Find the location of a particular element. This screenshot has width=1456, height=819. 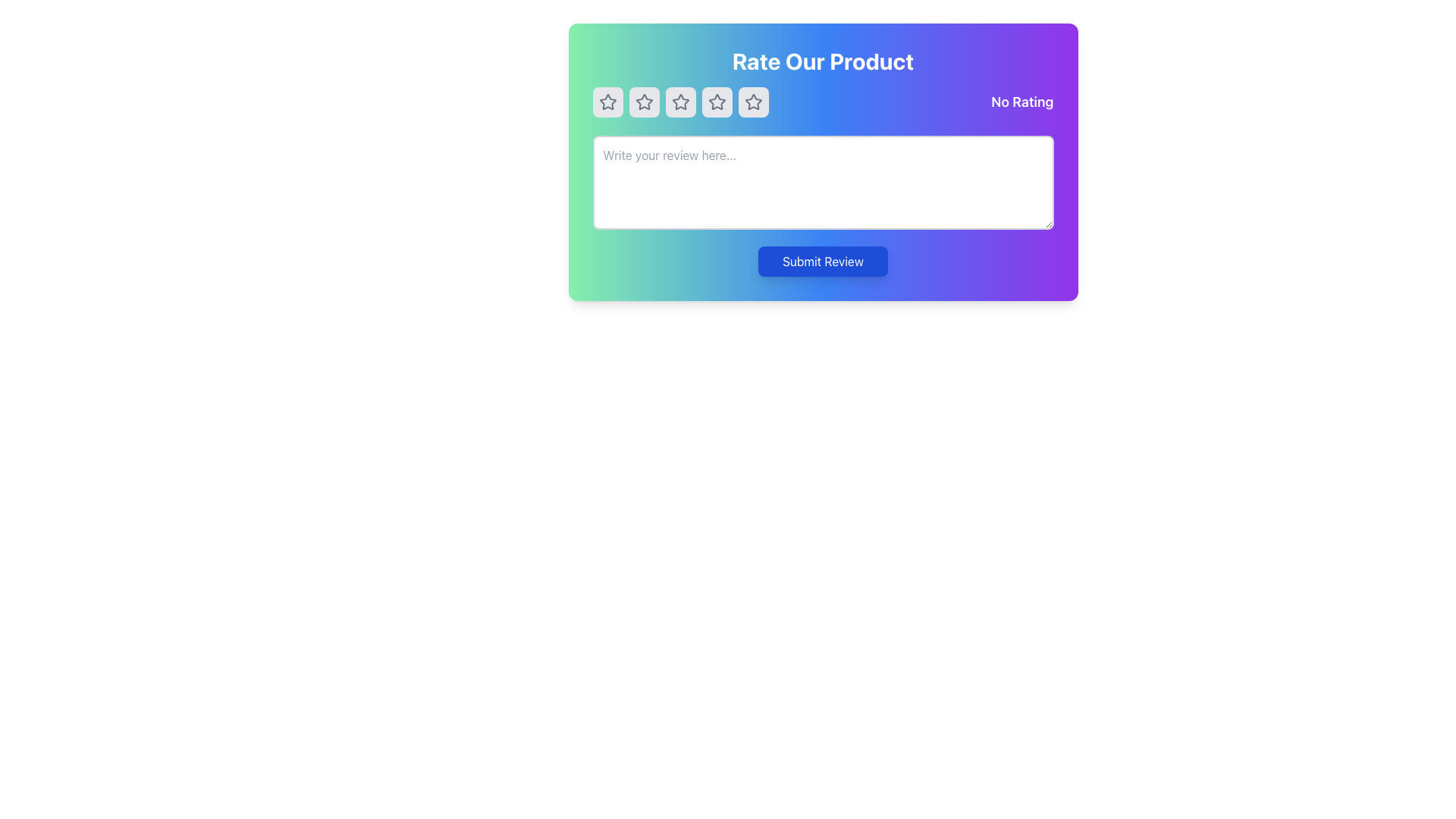

the star in the Rating Component located within the 'Rate Our Product' card to set the rating is located at coordinates (822, 102).